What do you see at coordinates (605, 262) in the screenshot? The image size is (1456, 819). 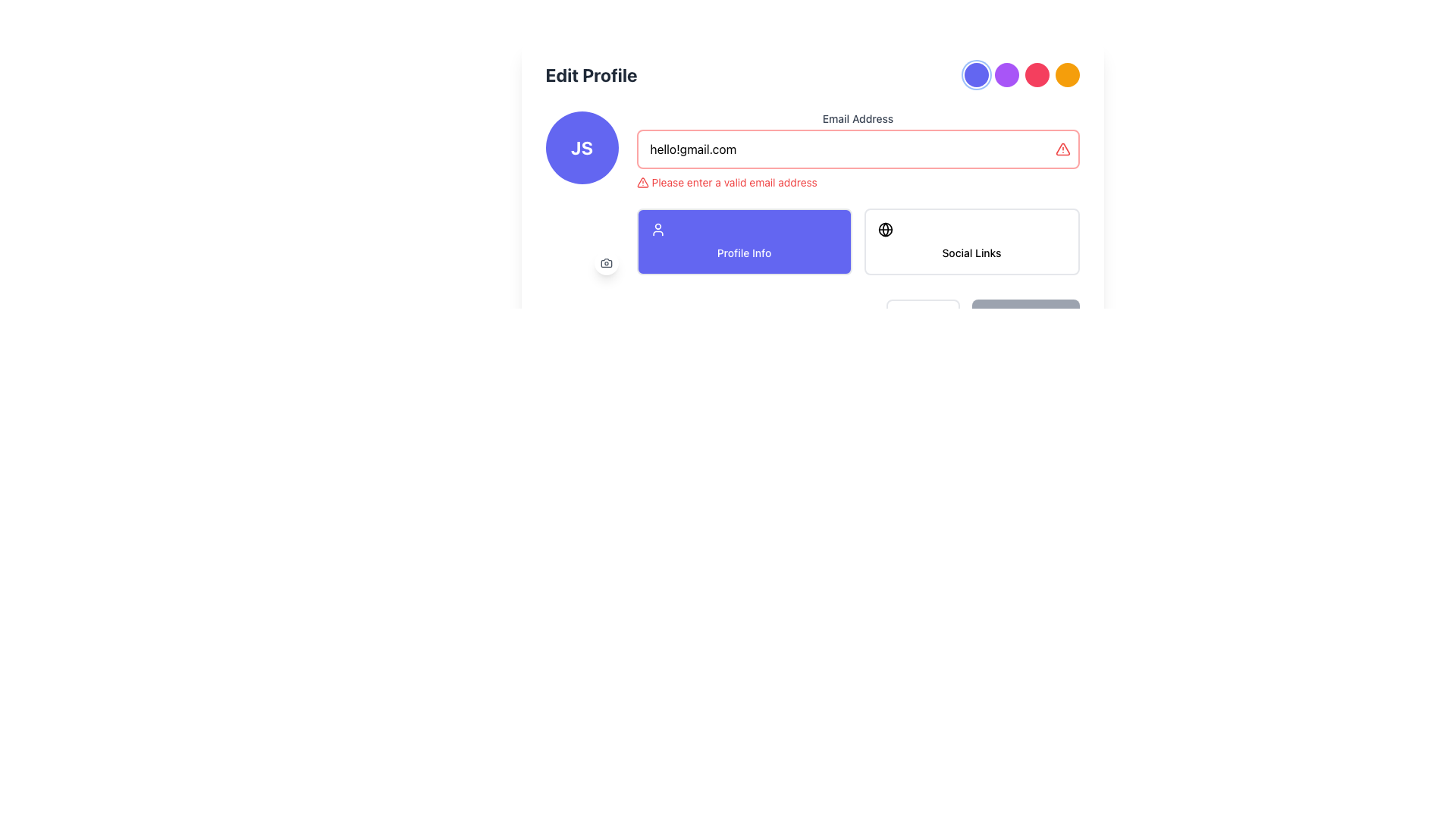 I see `the camera icon located at the bottom-right corner of the profile avatar` at bounding box center [605, 262].